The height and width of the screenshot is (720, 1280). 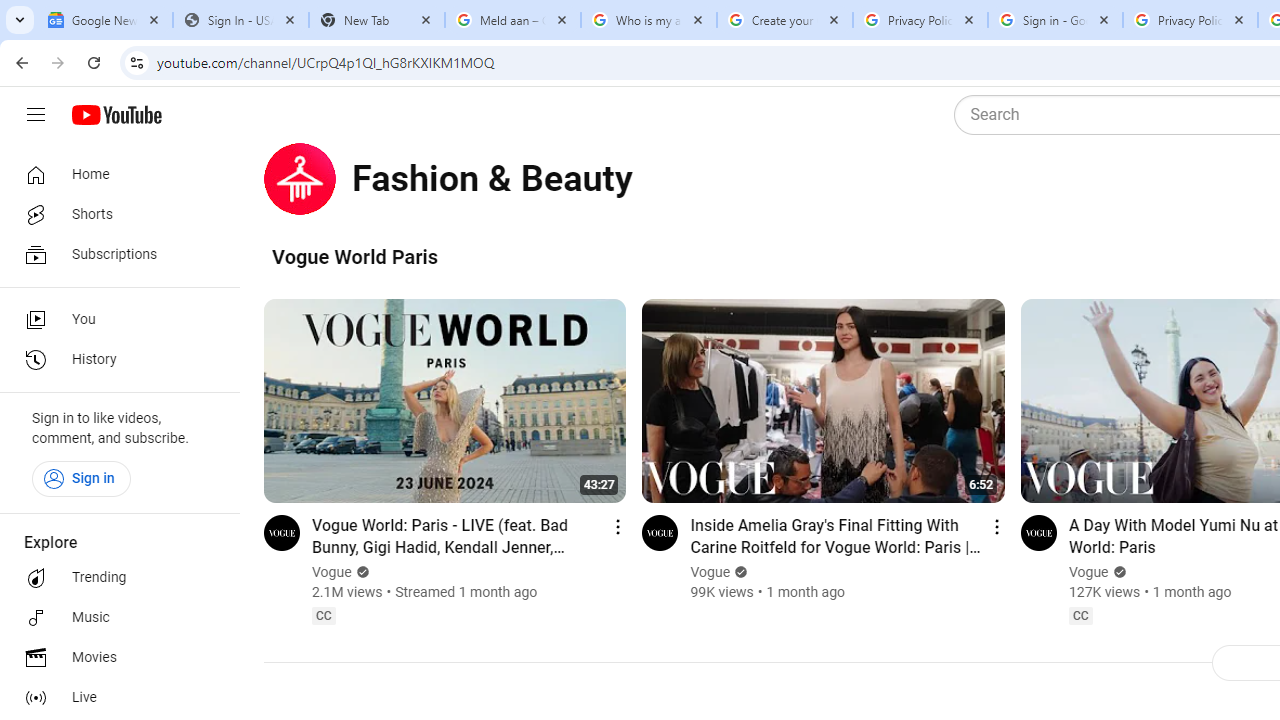 What do you see at coordinates (1054, 20) in the screenshot?
I see `'Sign in - Google Accounts'` at bounding box center [1054, 20].